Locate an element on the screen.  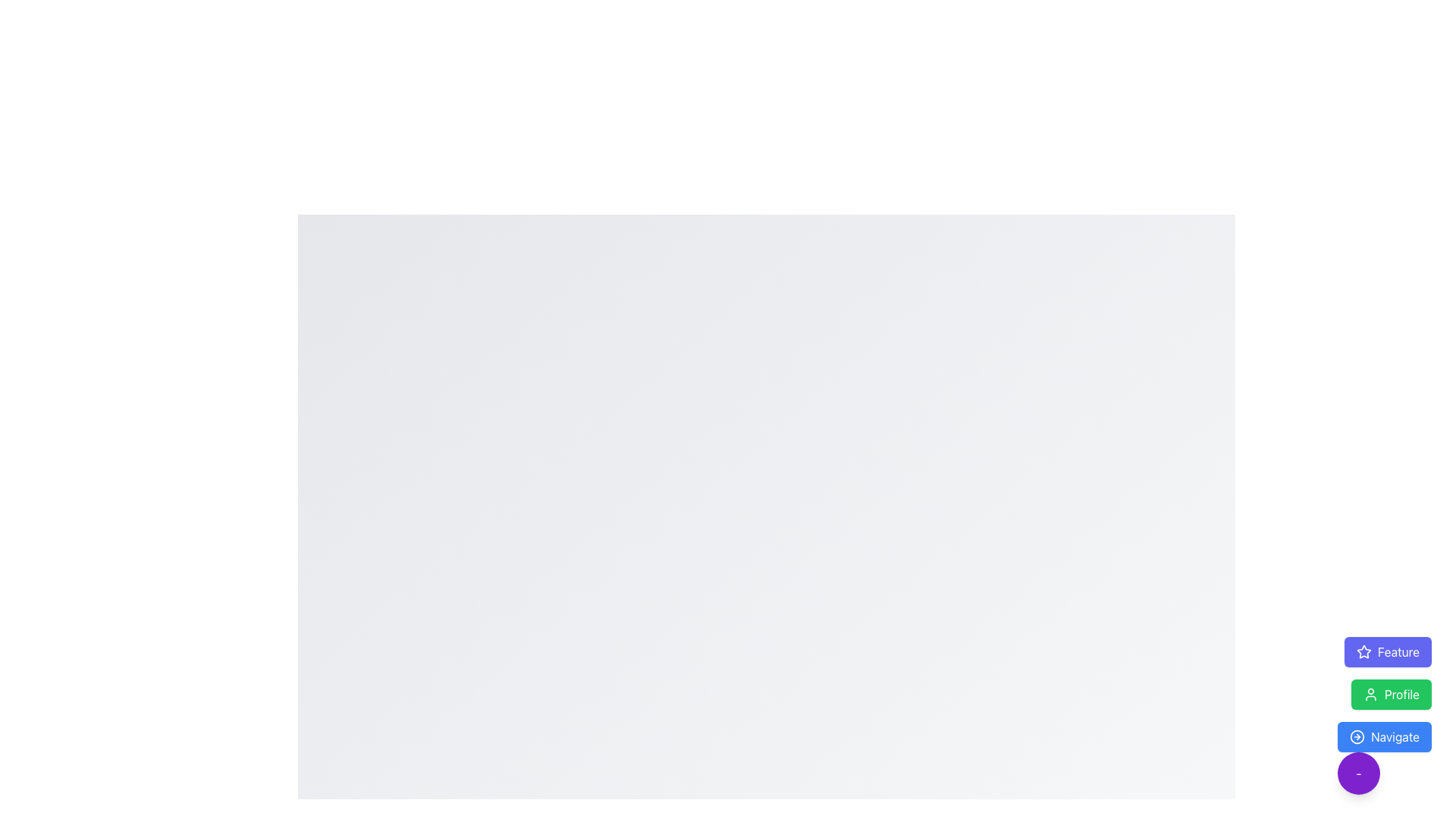
the circular SVG graphical element styled with a blue hue, which is part of the 'Navigate' button located in the bottom-right corner of the interface is located at coordinates (1357, 736).